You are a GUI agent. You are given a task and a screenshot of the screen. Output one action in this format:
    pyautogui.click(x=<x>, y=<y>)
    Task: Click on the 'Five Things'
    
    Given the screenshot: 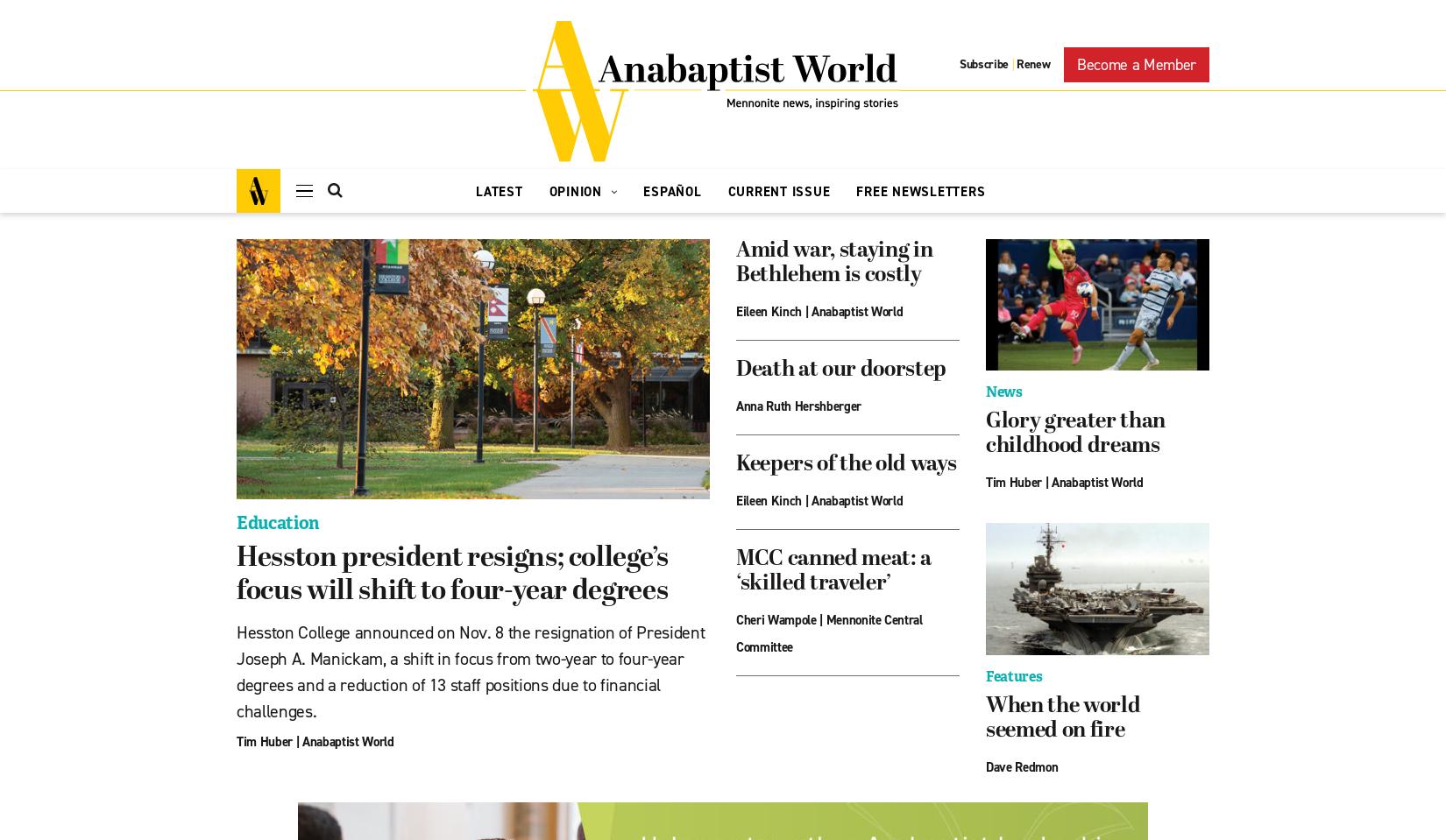 What is the action you would take?
    pyautogui.click(x=587, y=315)
    